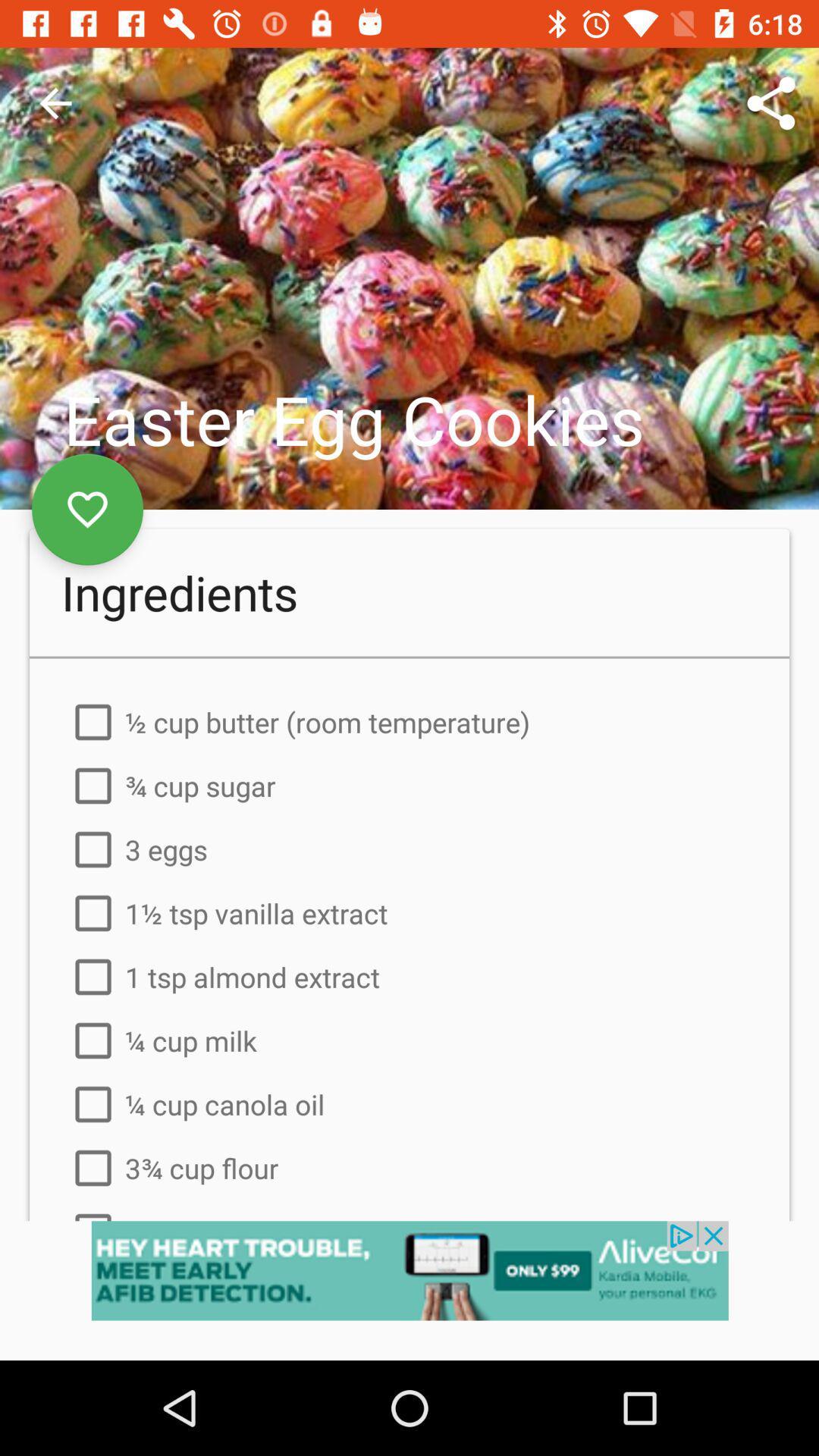 This screenshot has width=819, height=1456. What do you see at coordinates (87, 510) in the screenshot?
I see `rating` at bounding box center [87, 510].